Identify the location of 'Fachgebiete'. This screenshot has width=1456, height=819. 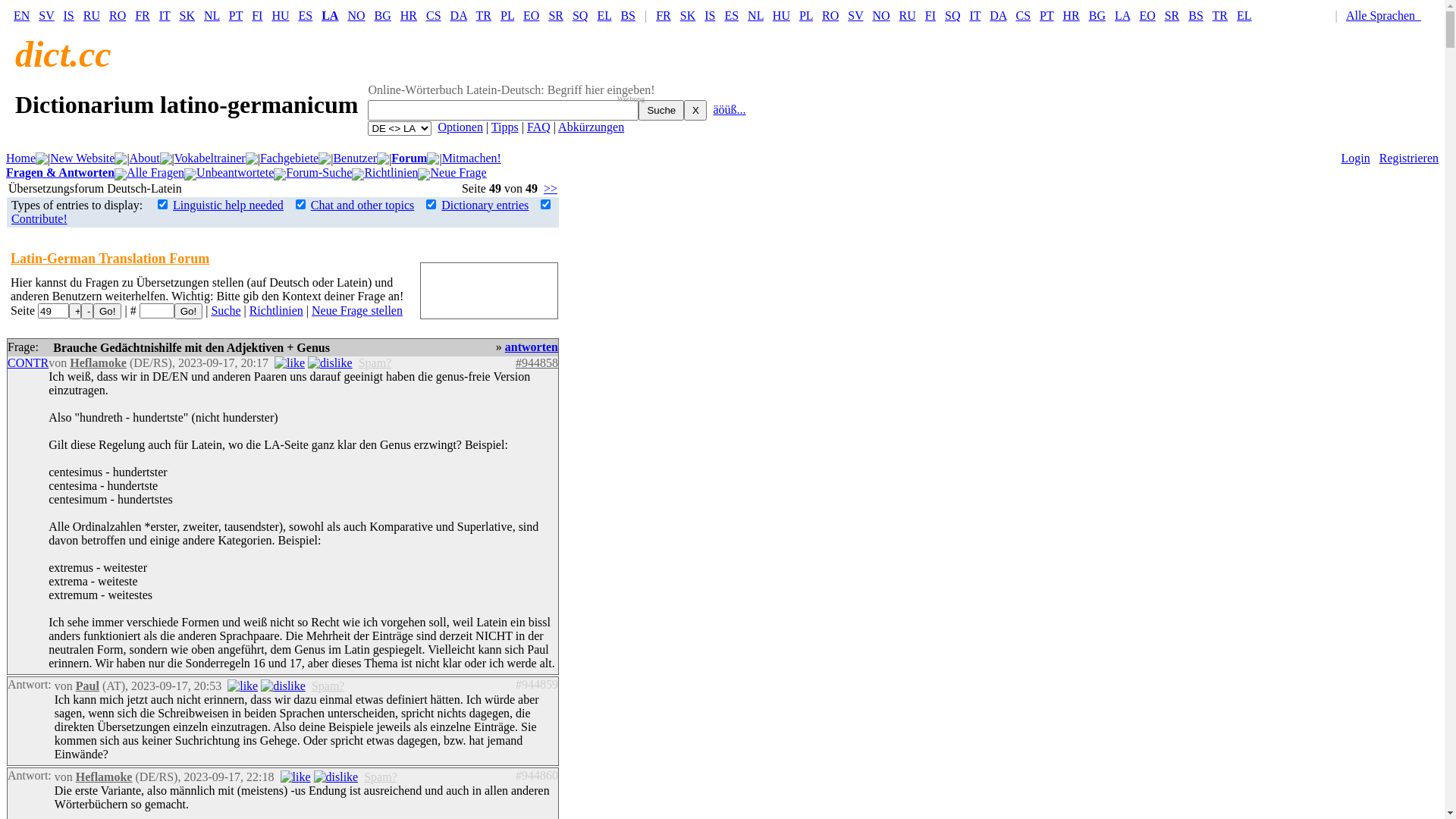
(289, 158).